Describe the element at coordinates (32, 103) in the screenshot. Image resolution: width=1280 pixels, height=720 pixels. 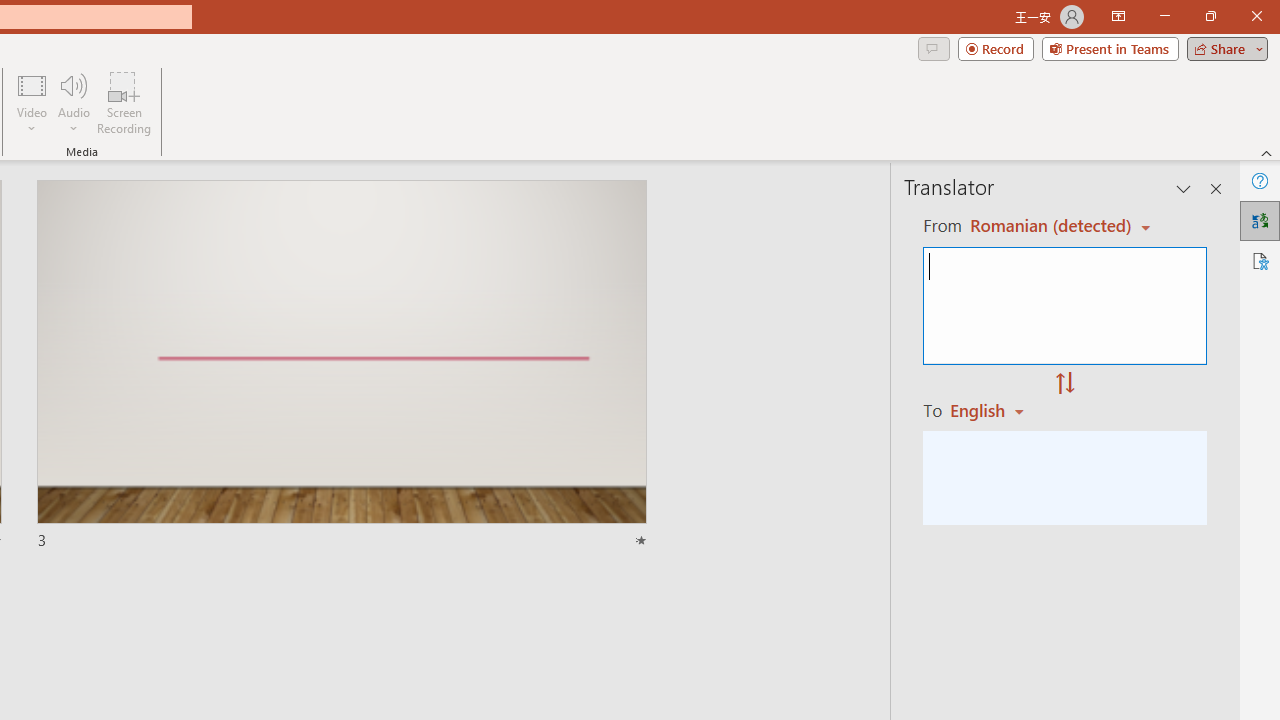
I see `'Video'` at that location.